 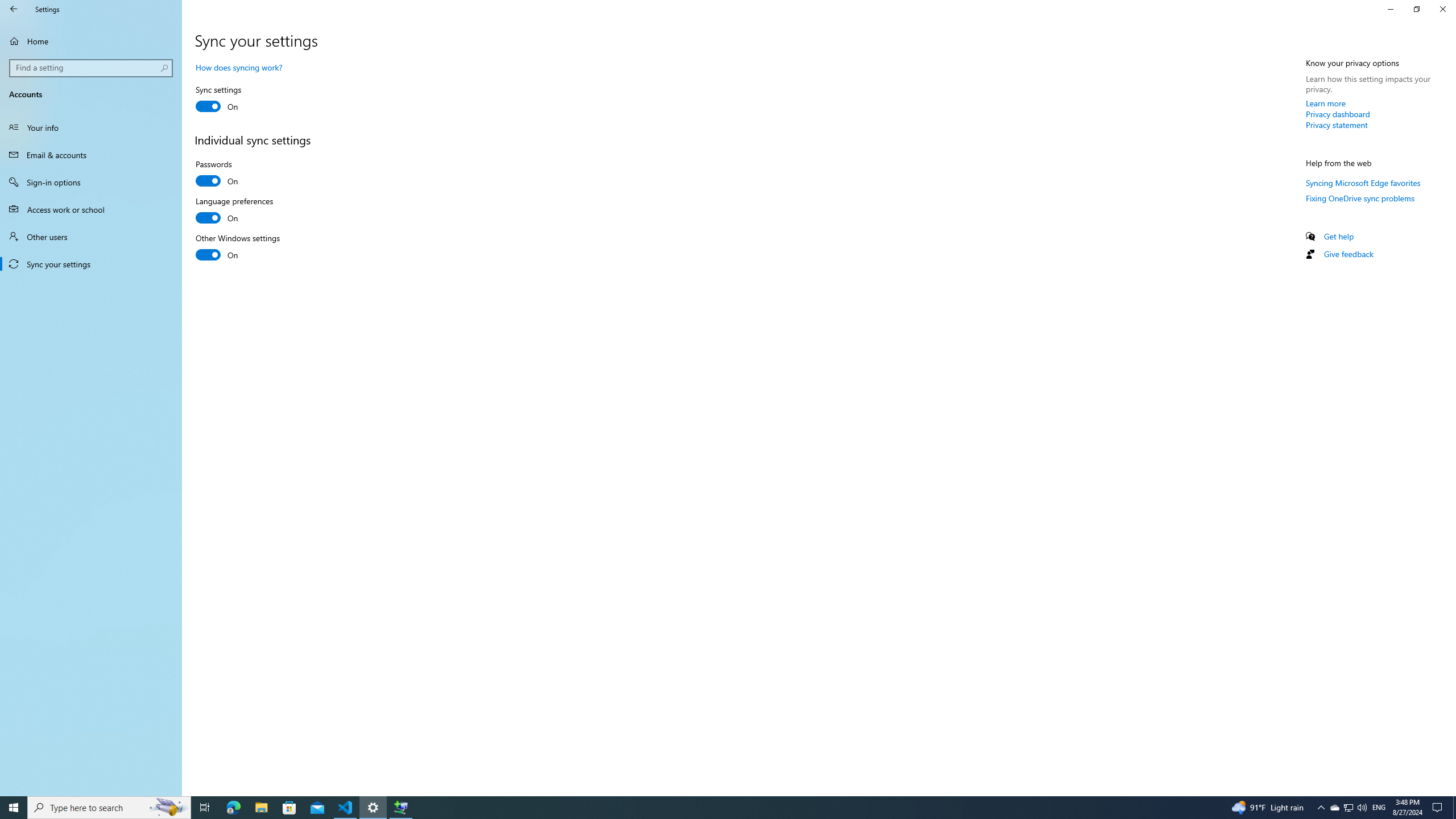 I want to click on 'Microsoft Store', so click(x=289, y=806).